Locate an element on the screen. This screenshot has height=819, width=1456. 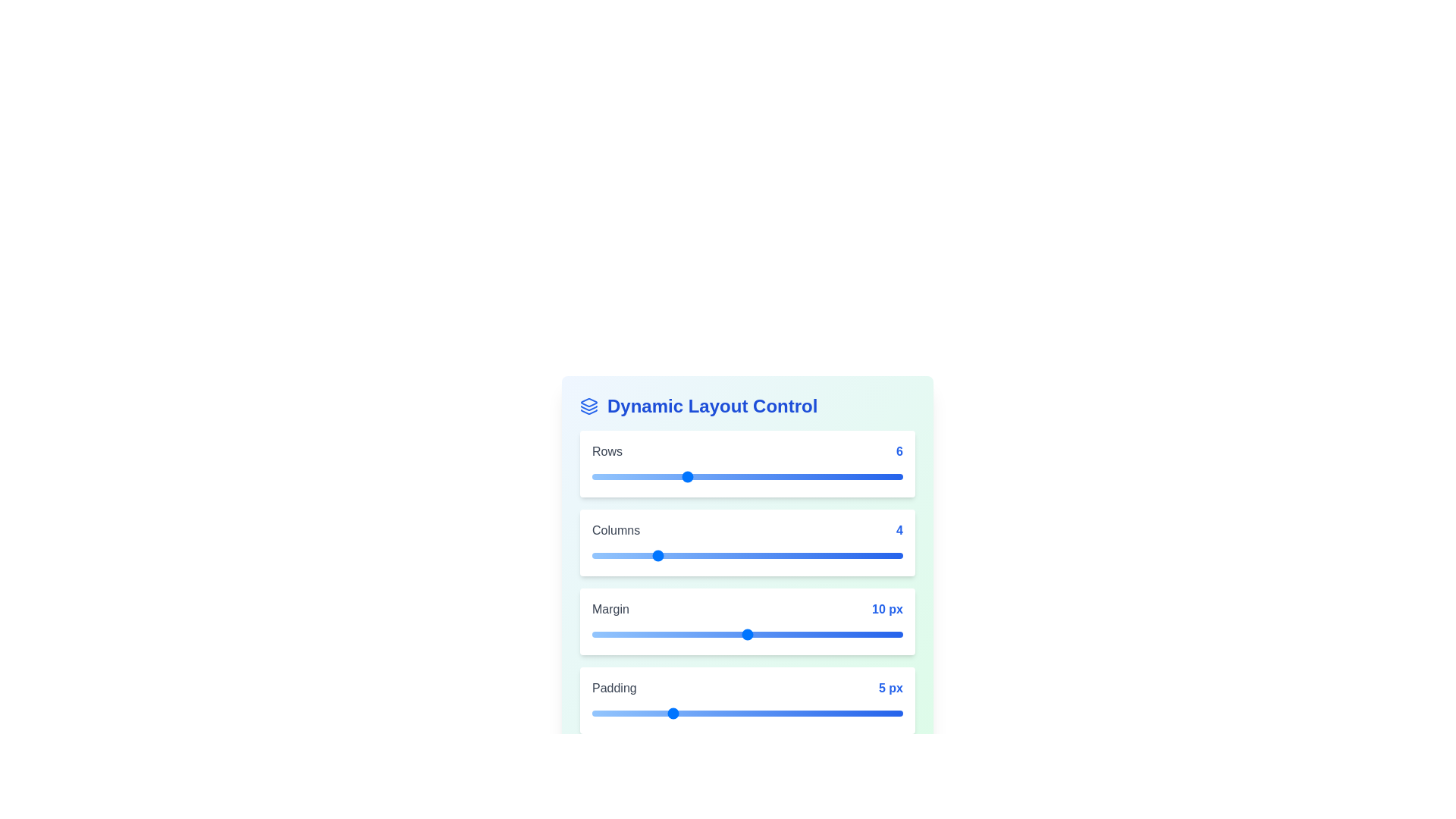
the 'Columns' slider to 3 is located at coordinates (639, 555).